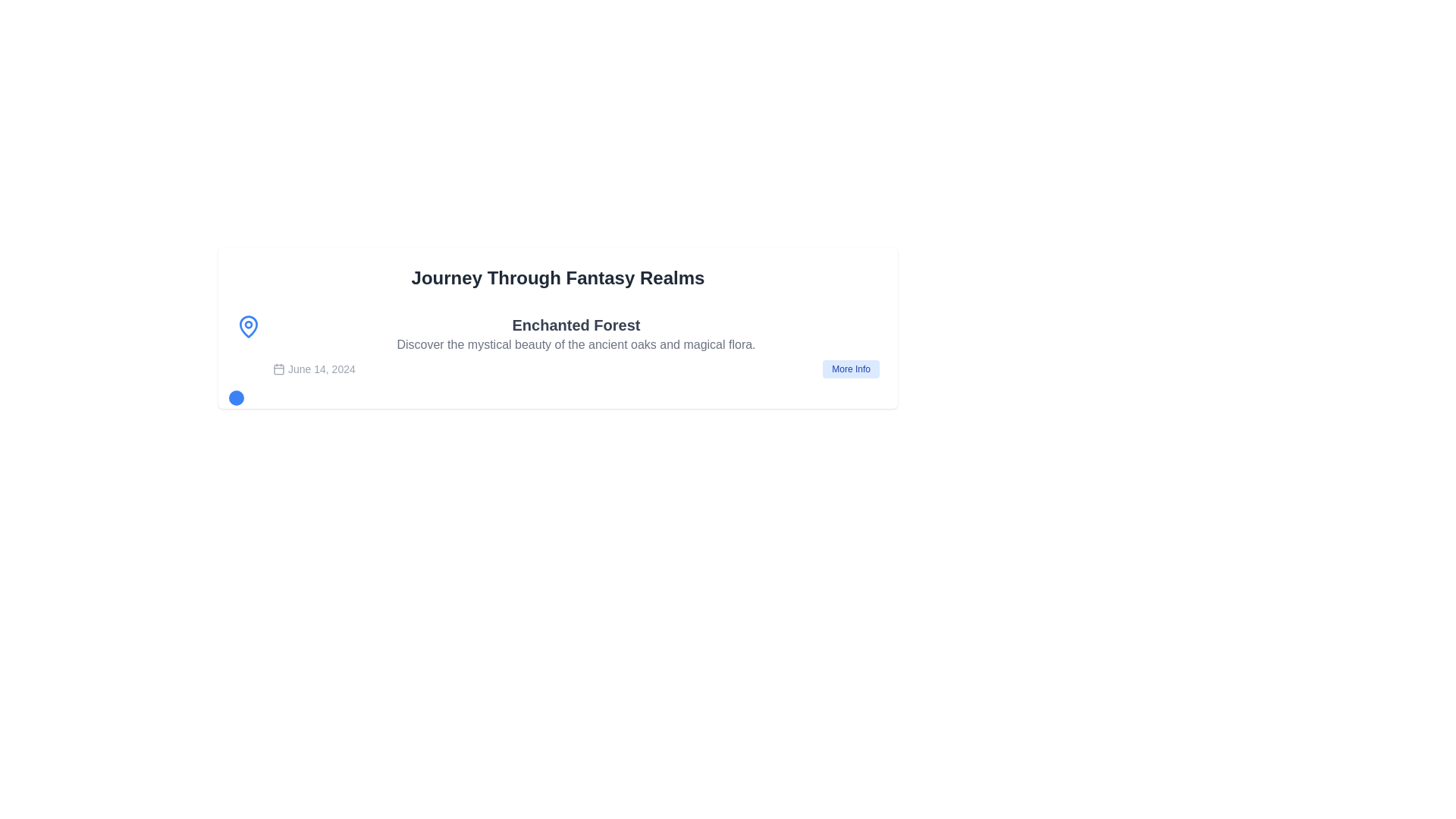 Image resolution: width=1456 pixels, height=819 pixels. Describe the element at coordinates (575, 346) in the screenshot. I see `title and description of the content summary block for 'Enchanted Forest' located beneath the main title 'Journey Through Fantasy Realms'` at that location.